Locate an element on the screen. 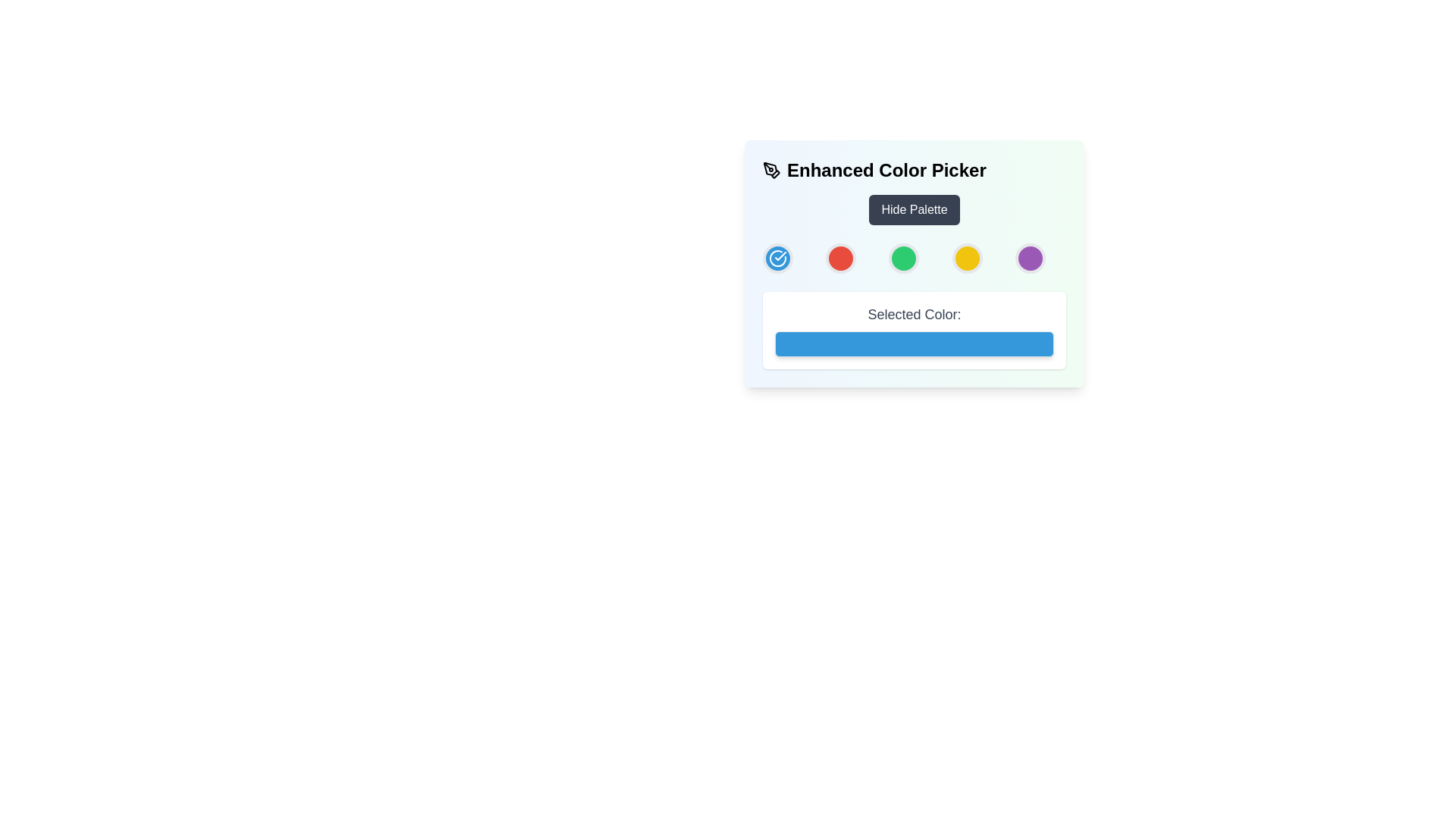 The width and height of the screenshot is (1456, 819). the circular button for selecting the green color in the Enhanced Color Picker interface is located at coordinates (904, 257).